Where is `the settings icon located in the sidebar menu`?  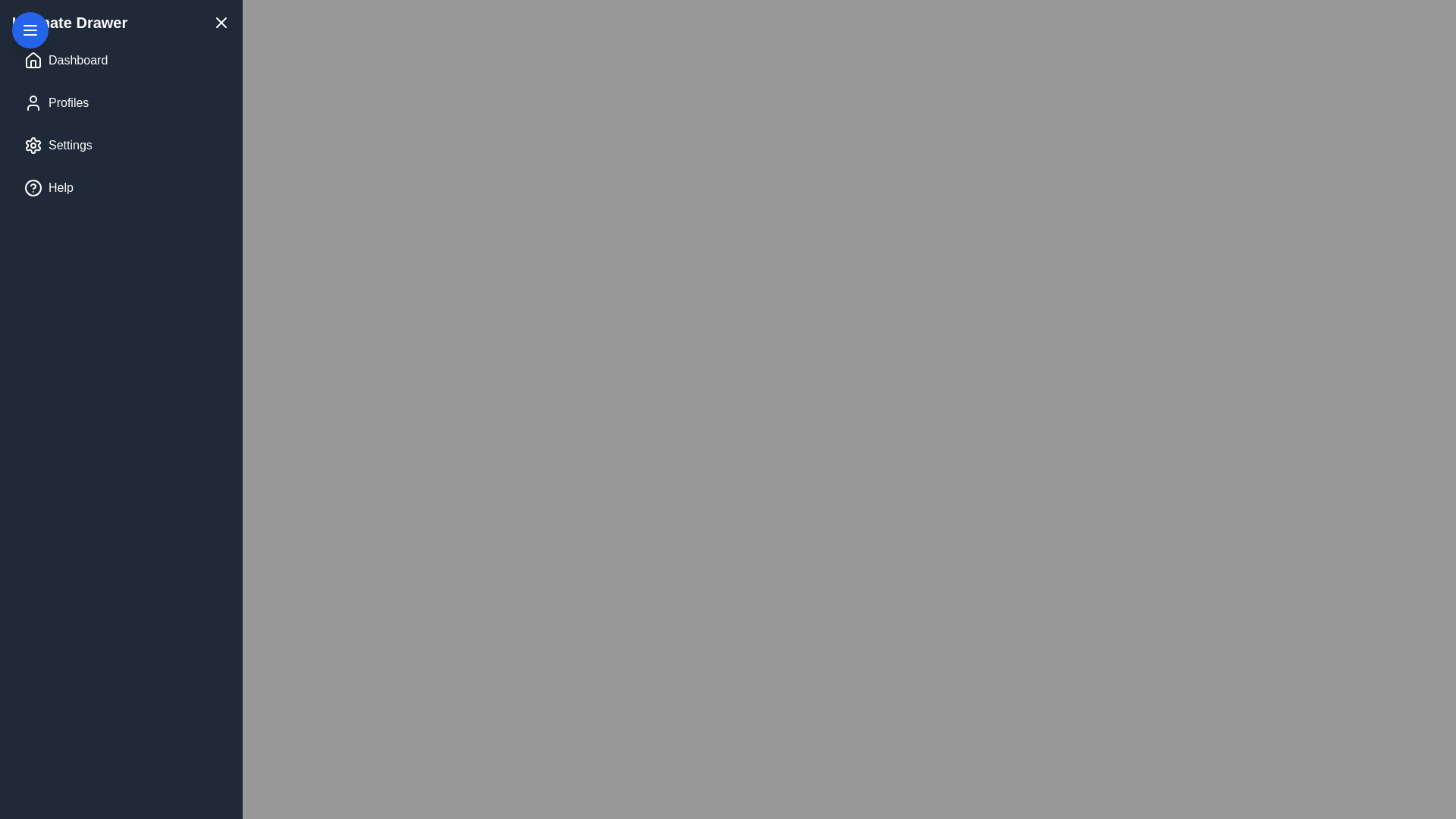
the settings icon located in the sidebar menu is located at coordinates (33, 146).